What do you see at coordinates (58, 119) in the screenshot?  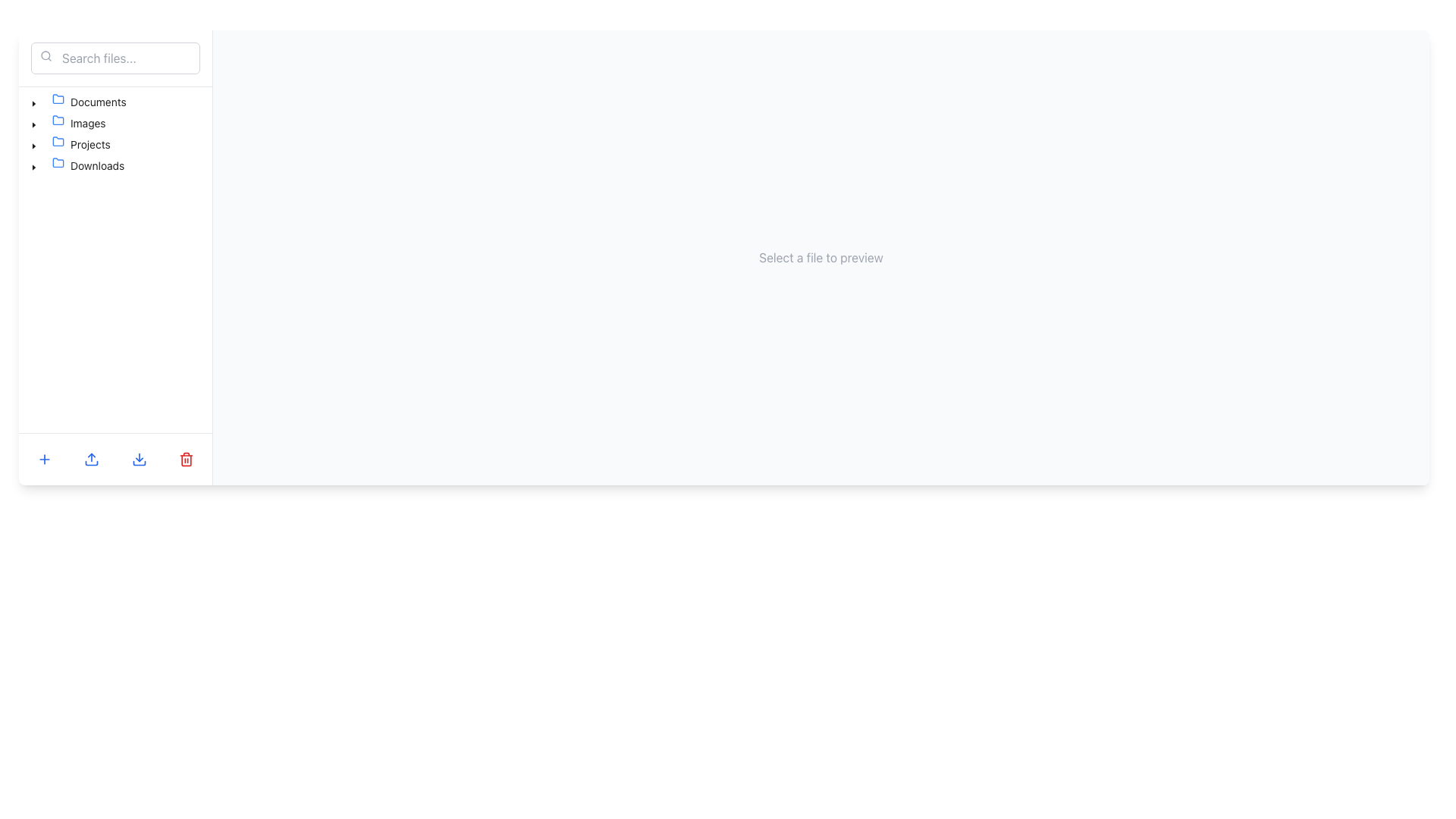 I see `the folder icon located in the left sidebar under the label 'Images'` at bounding box center [58, 119].